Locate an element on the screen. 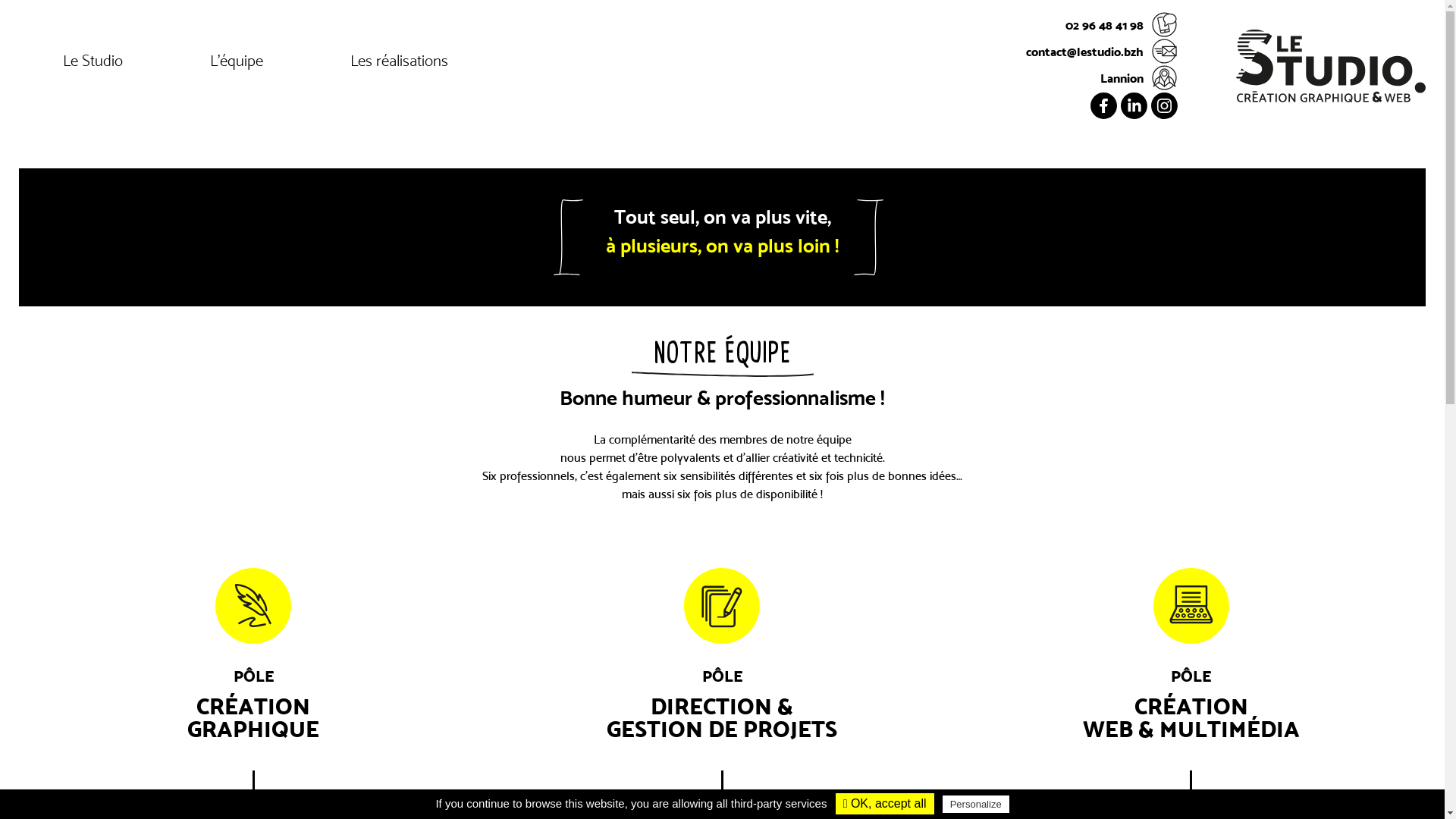 The height and width of the screenshot is (819, 1456). '02 96 48 41 98' is located at coordinates (1102, 24).